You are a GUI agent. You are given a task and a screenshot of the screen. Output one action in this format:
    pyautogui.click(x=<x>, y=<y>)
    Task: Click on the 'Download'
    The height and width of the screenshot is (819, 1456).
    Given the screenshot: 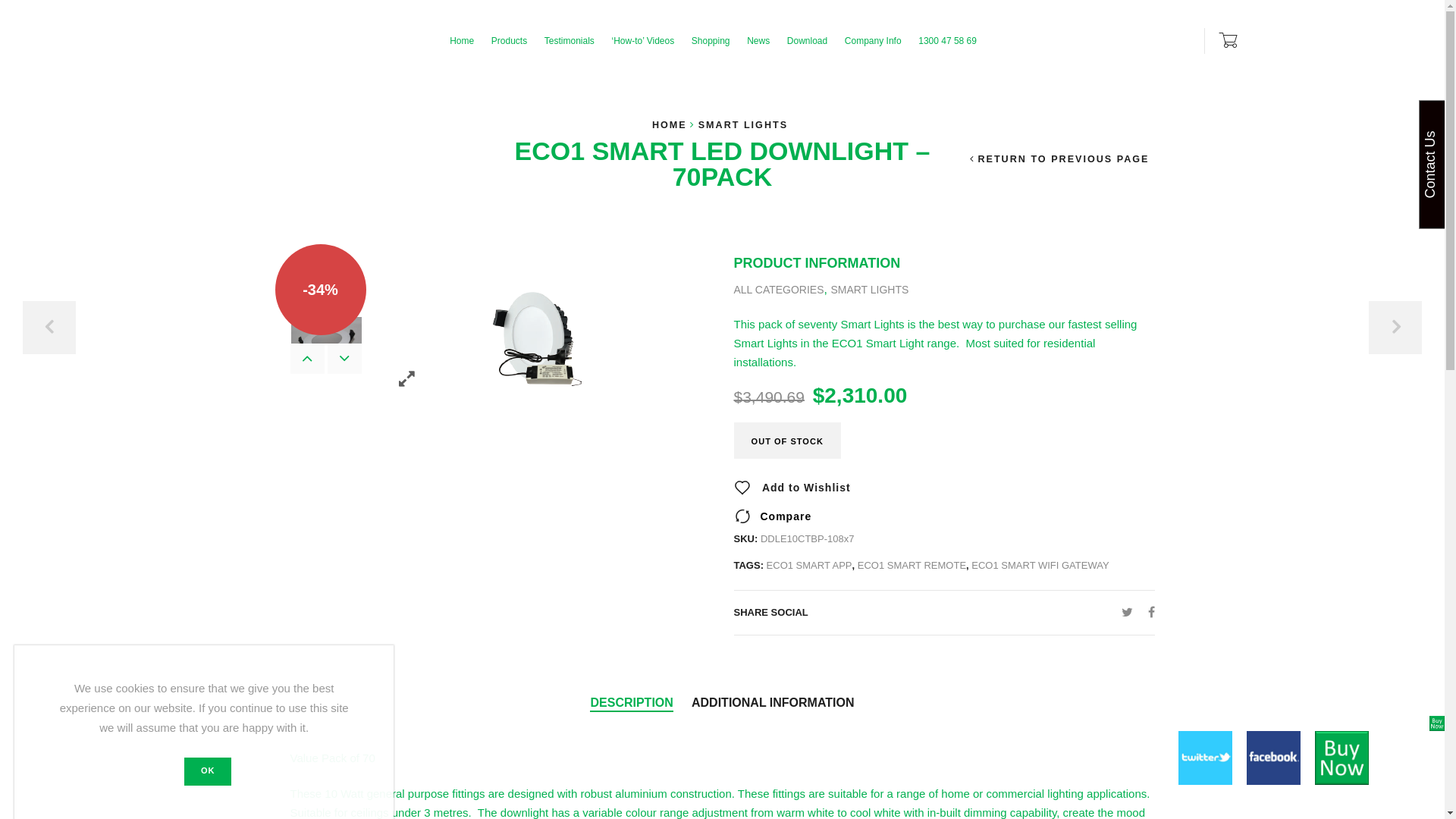 What is the action you would take?
    pyautogui.click(x=807, y=40)
    